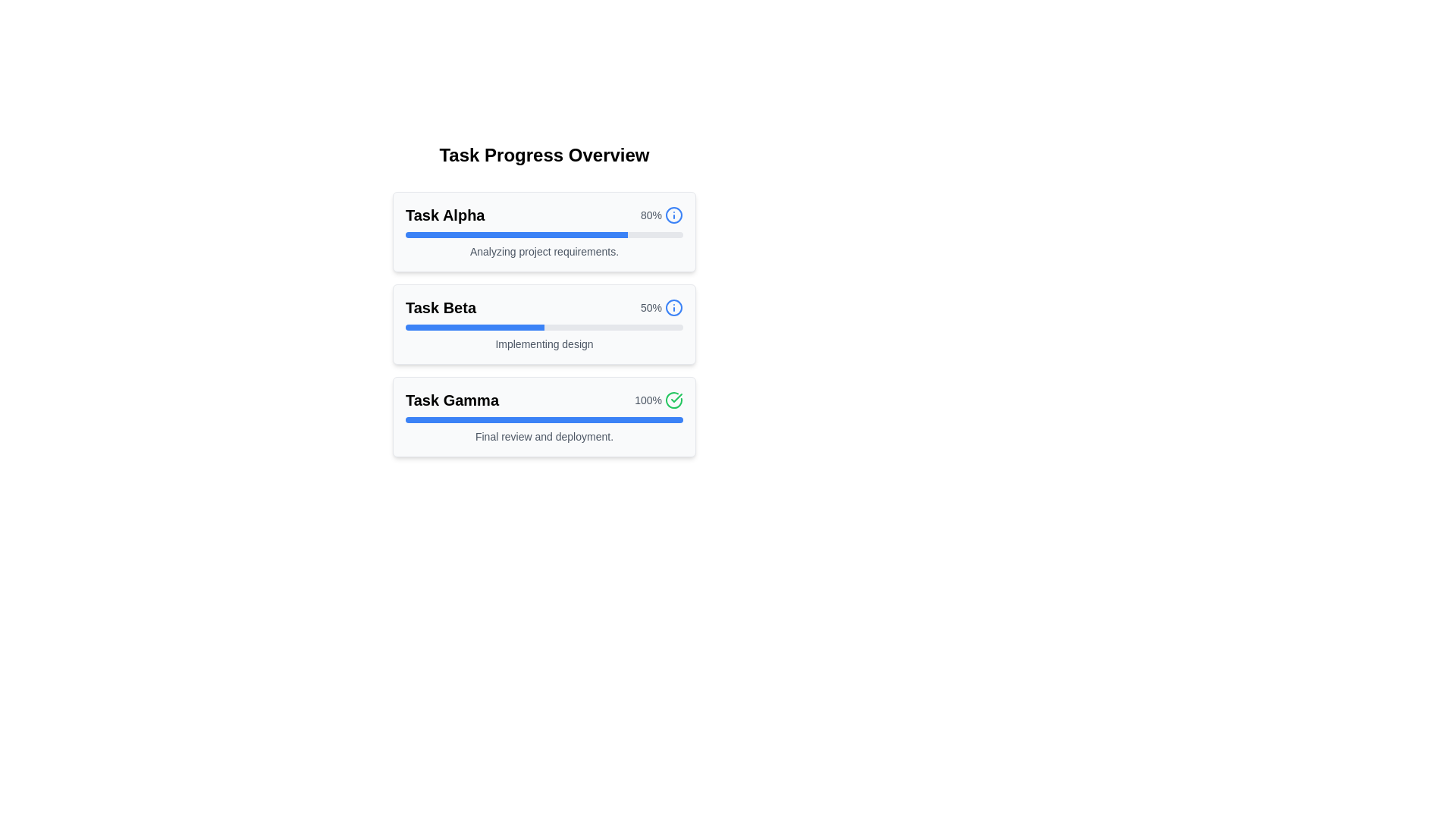 Image resolution: width=1456 pixels, height=819 pixels. Describe the element at coordinates (662, 215) in the screenshot. I see `the progress indicator label with an information icon located at the top right of the 'Task Alpha' card` at that location.